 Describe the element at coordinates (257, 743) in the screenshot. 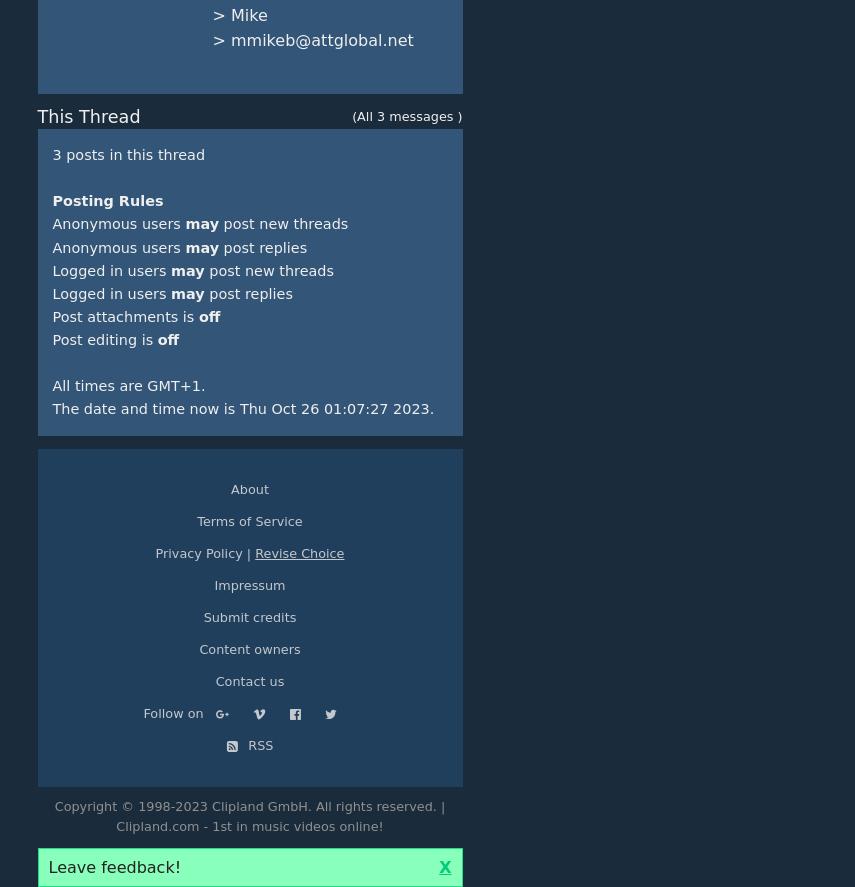

I see `'RSS'` at that location.